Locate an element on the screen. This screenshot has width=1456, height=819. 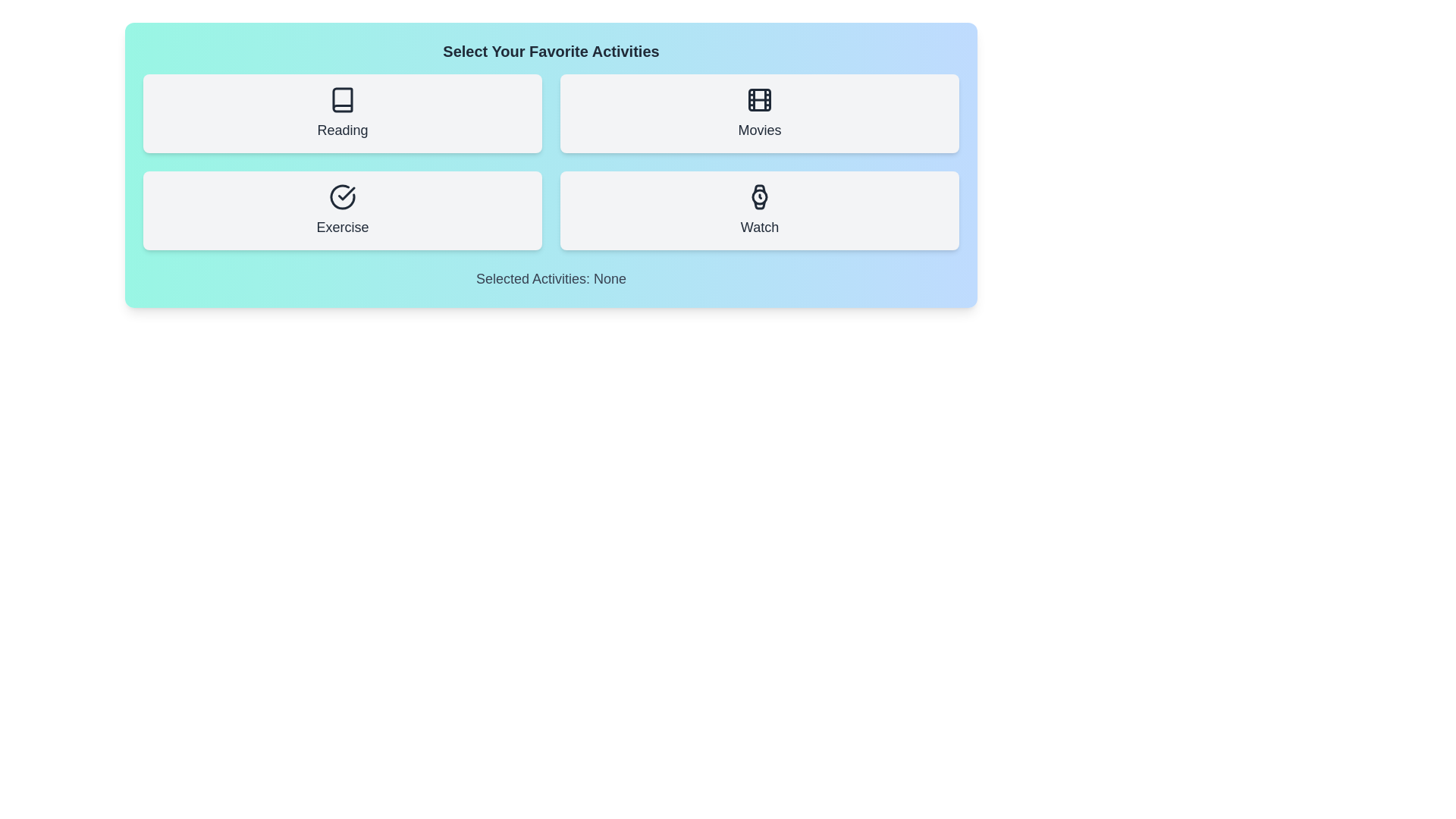
the activity button labeled Movies is located at coordinates (760, 113).